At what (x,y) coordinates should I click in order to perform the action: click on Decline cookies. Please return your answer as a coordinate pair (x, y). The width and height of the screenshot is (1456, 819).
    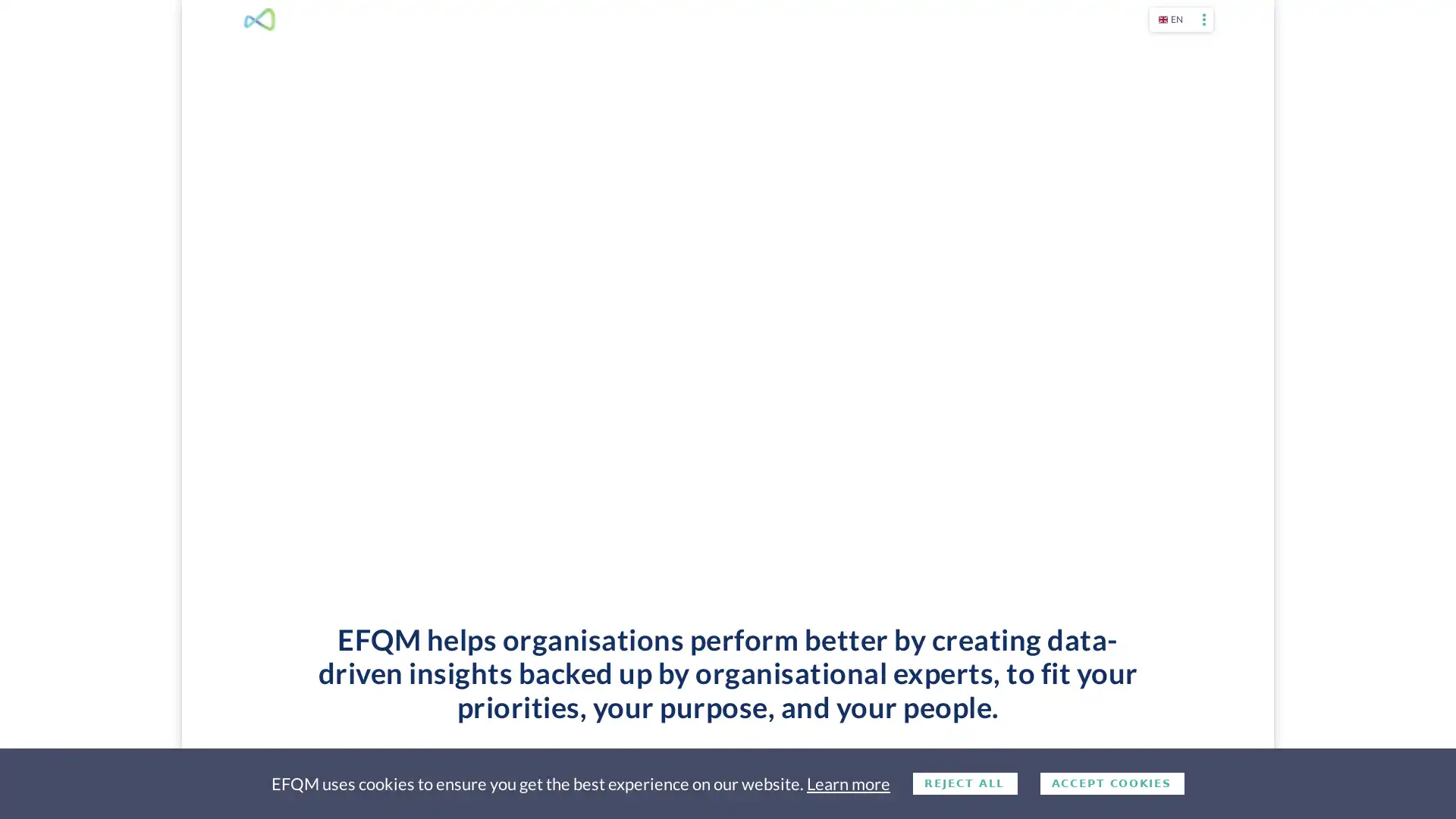
    Looking at the image, I should click on (964, 783).